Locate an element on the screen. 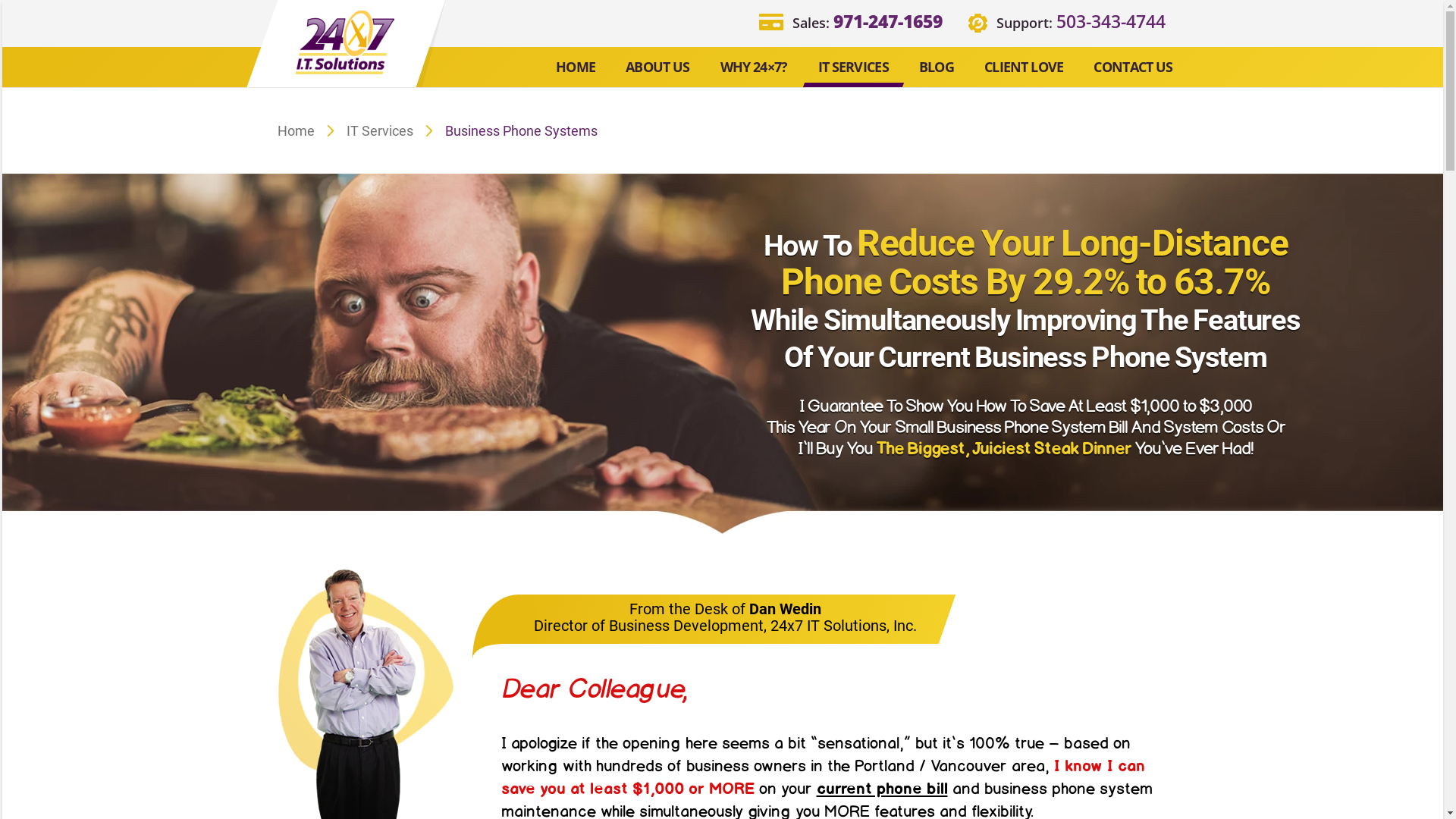 Image resolution: width=1456 pixels, height=819 pixels. 'HOME' is located at coordinates (574, 67).